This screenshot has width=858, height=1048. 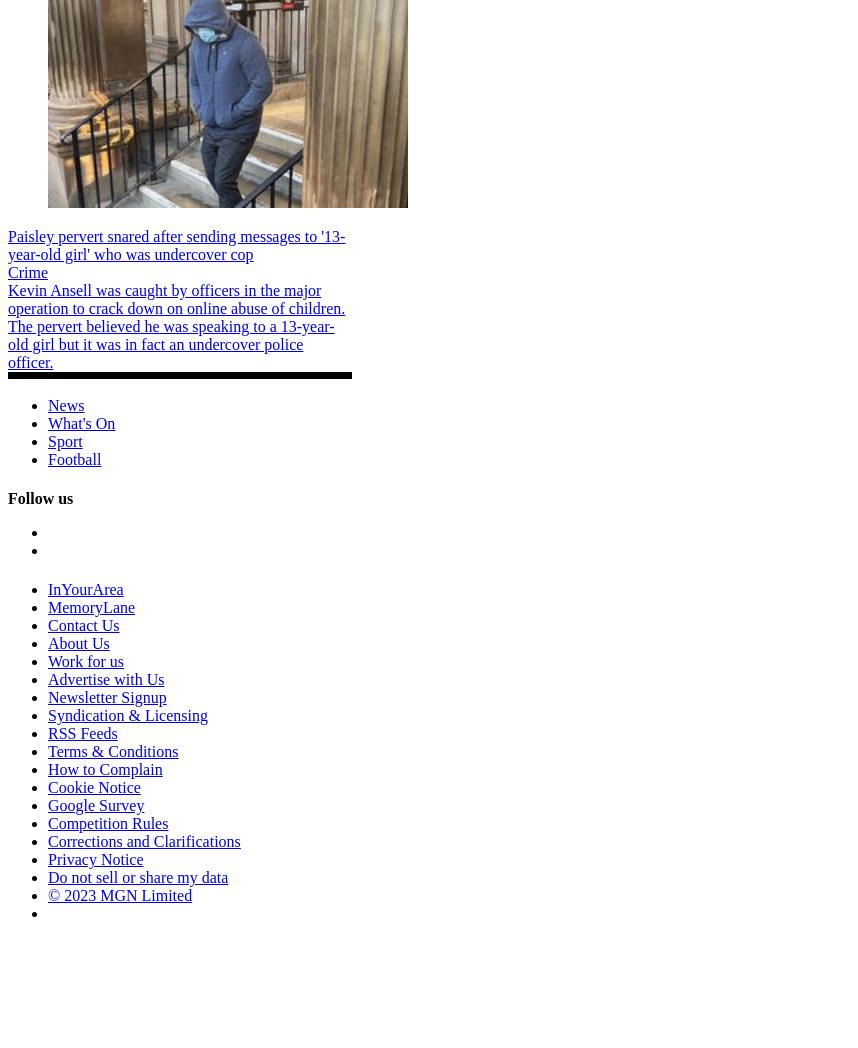 What do you see at coordinates (176, 244) in the screenshot?
I see `'Paisley pervert snared after sending messages to '13-year-old girl' who was undercover cop'` at bounding box center [176, 244].